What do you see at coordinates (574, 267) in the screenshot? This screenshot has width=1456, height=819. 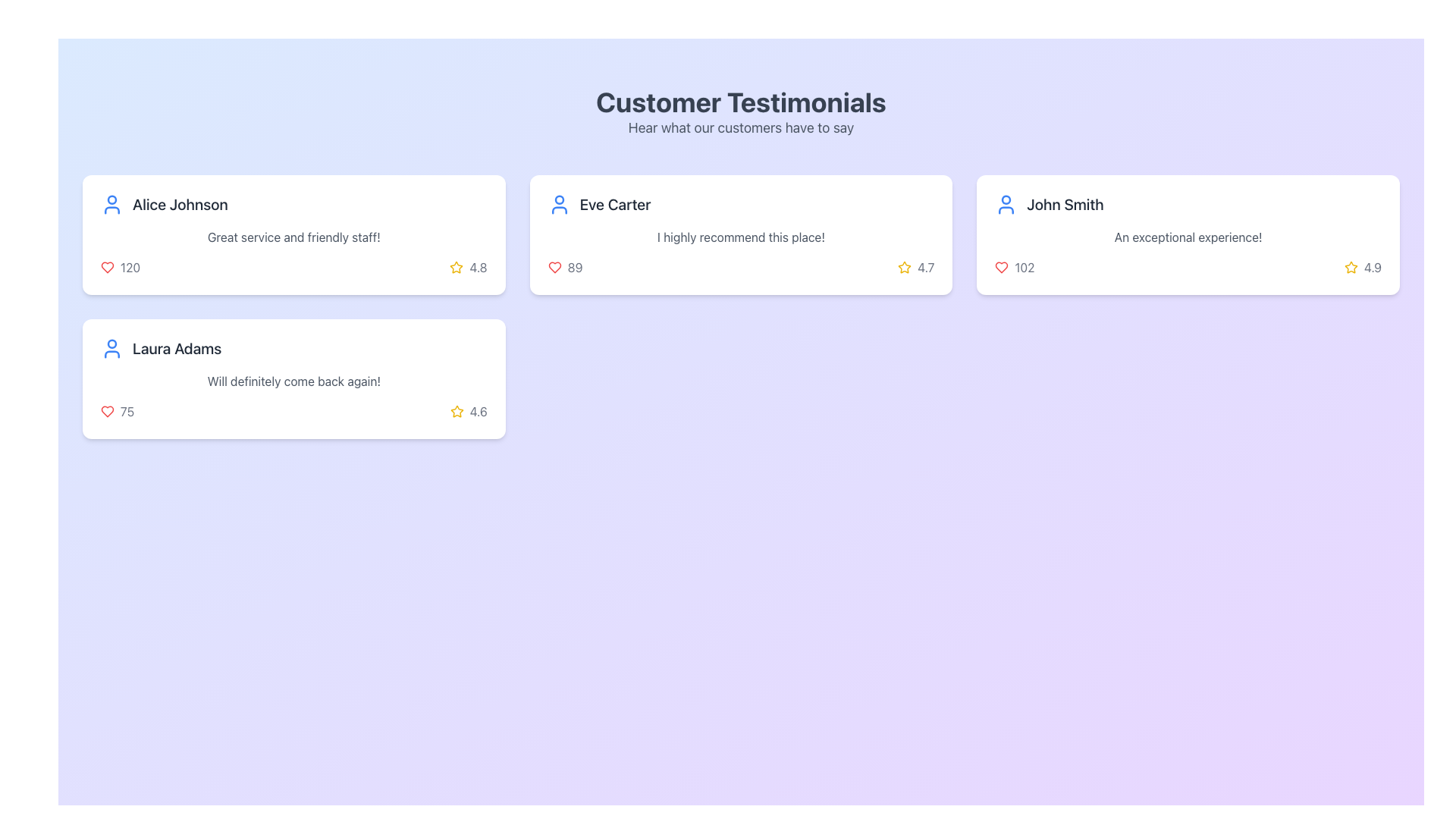 I see `text content of the likes or favorites counter located in the top-right quadrant of the card for 'Eve Carter', positioned directly to the right of a heart icon` at bounding box center [574, 267].